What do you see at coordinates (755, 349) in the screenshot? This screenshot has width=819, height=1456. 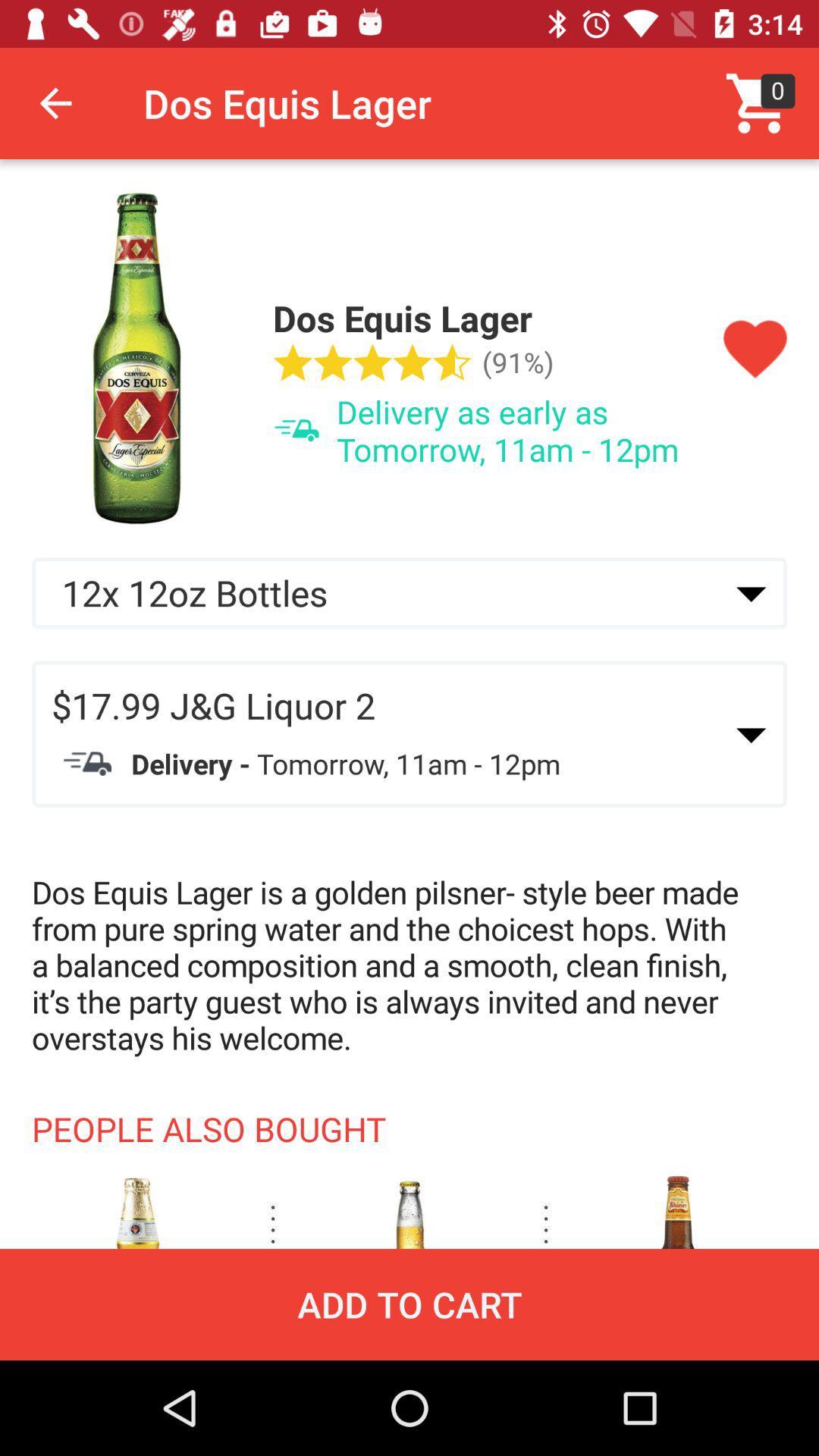 I see `love this` at bounding box center [755, 349].